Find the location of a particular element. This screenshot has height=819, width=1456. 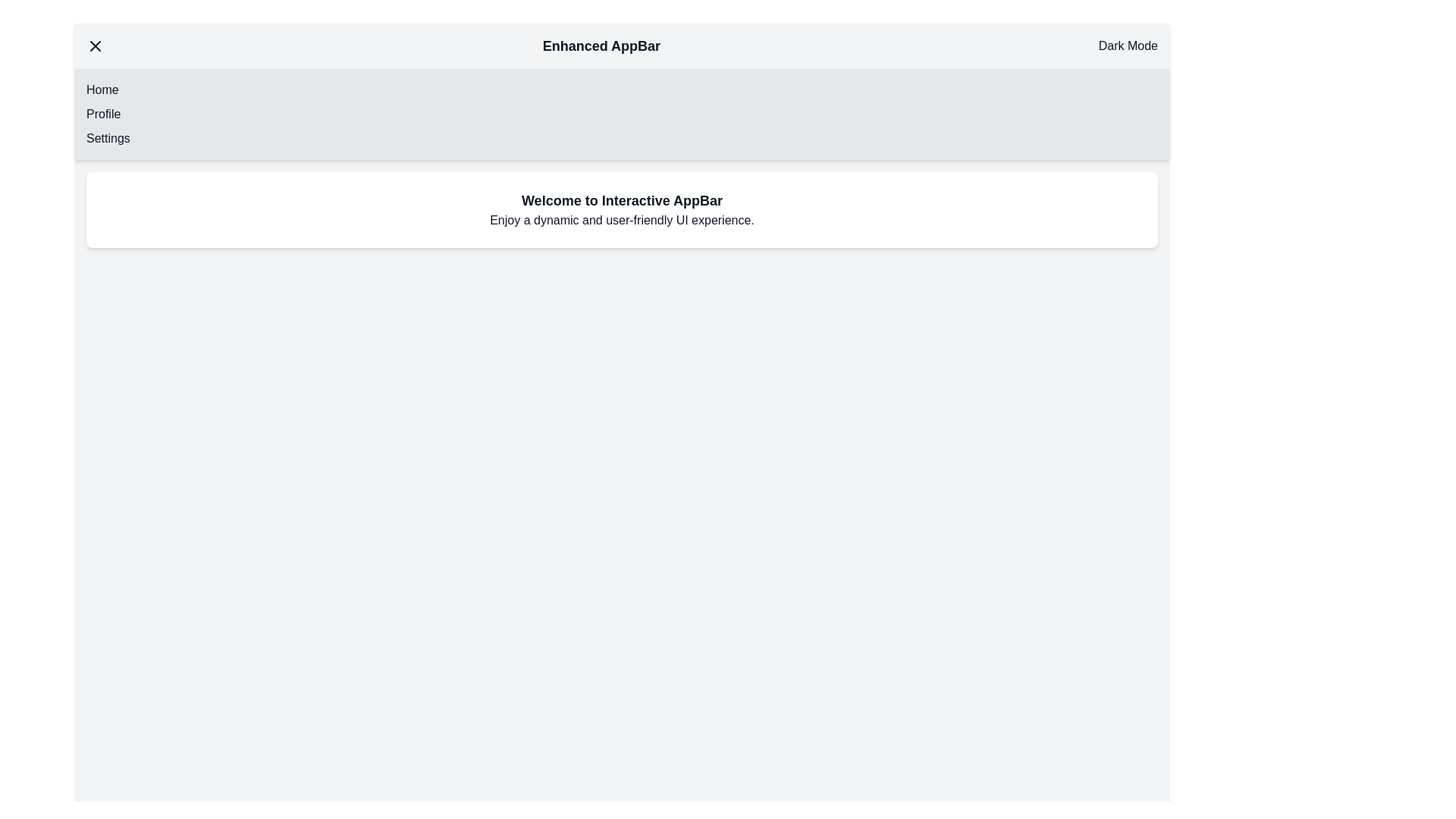

the Settings button to navigate to the respective section is located at coordinates (108, 138).